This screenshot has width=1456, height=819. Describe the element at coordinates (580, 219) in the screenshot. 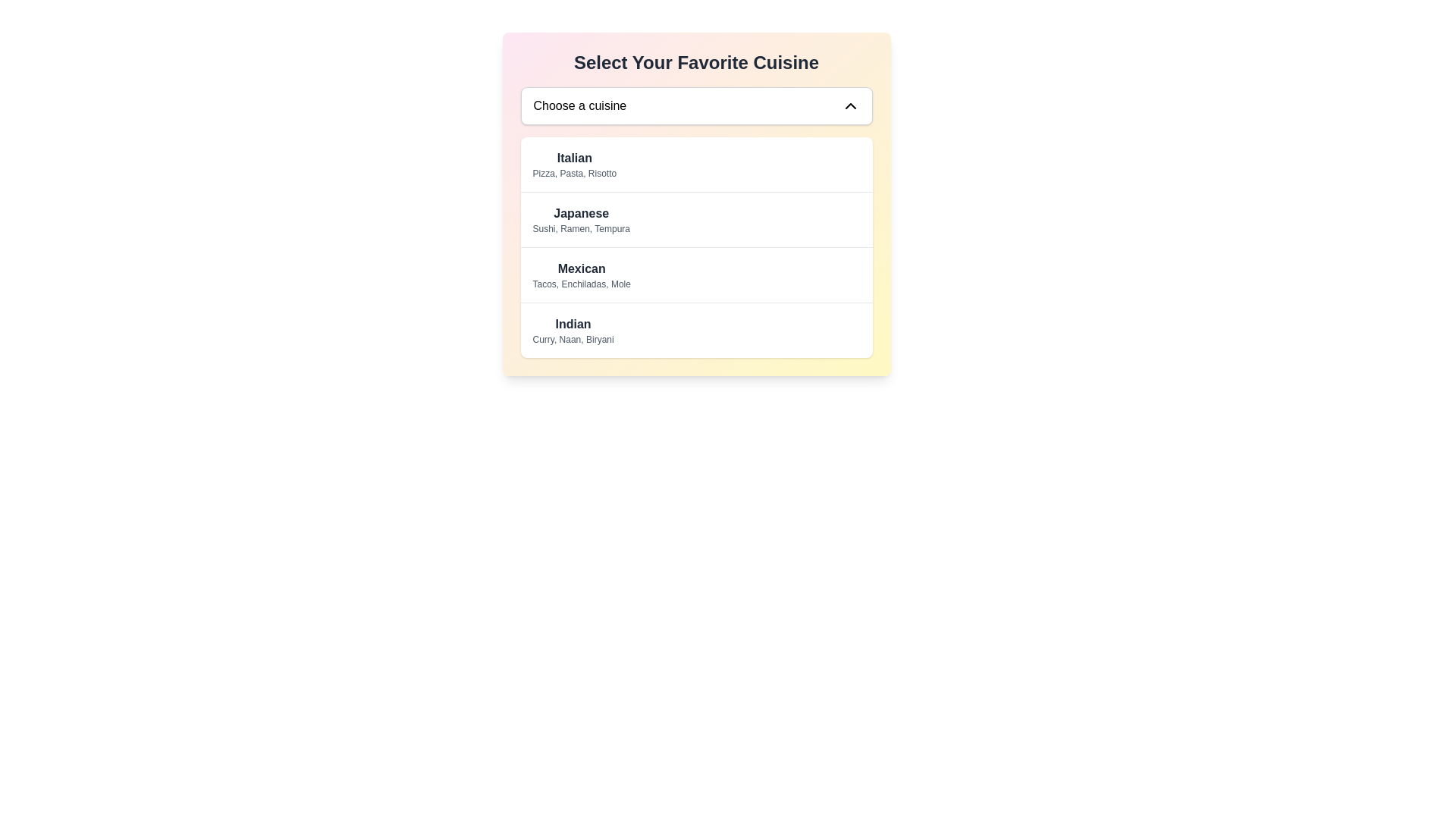

I see `the 'Japanese' cuisine category label in the dropdown menu` at that location.